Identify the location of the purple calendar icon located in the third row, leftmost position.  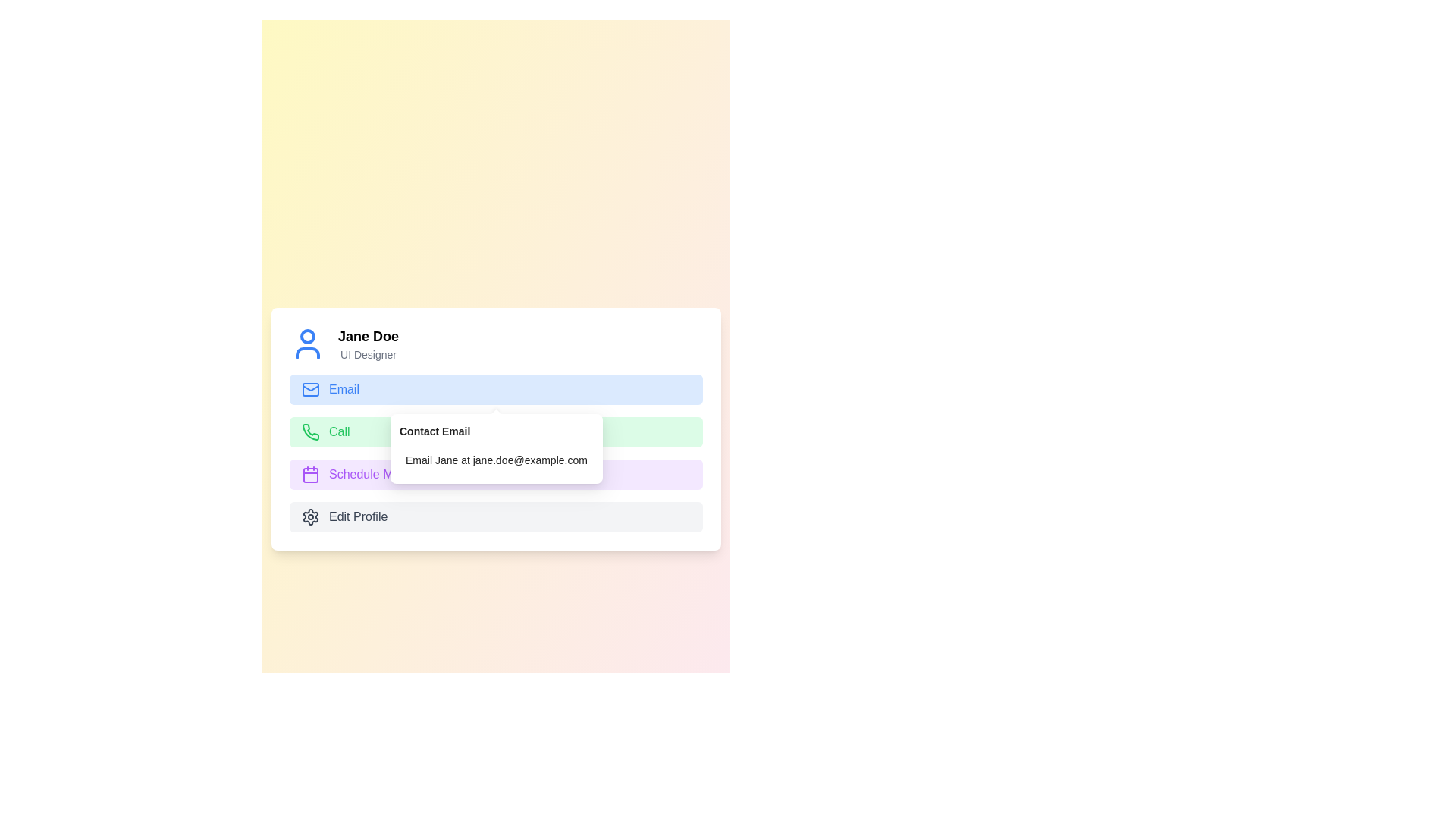
(309, 473).